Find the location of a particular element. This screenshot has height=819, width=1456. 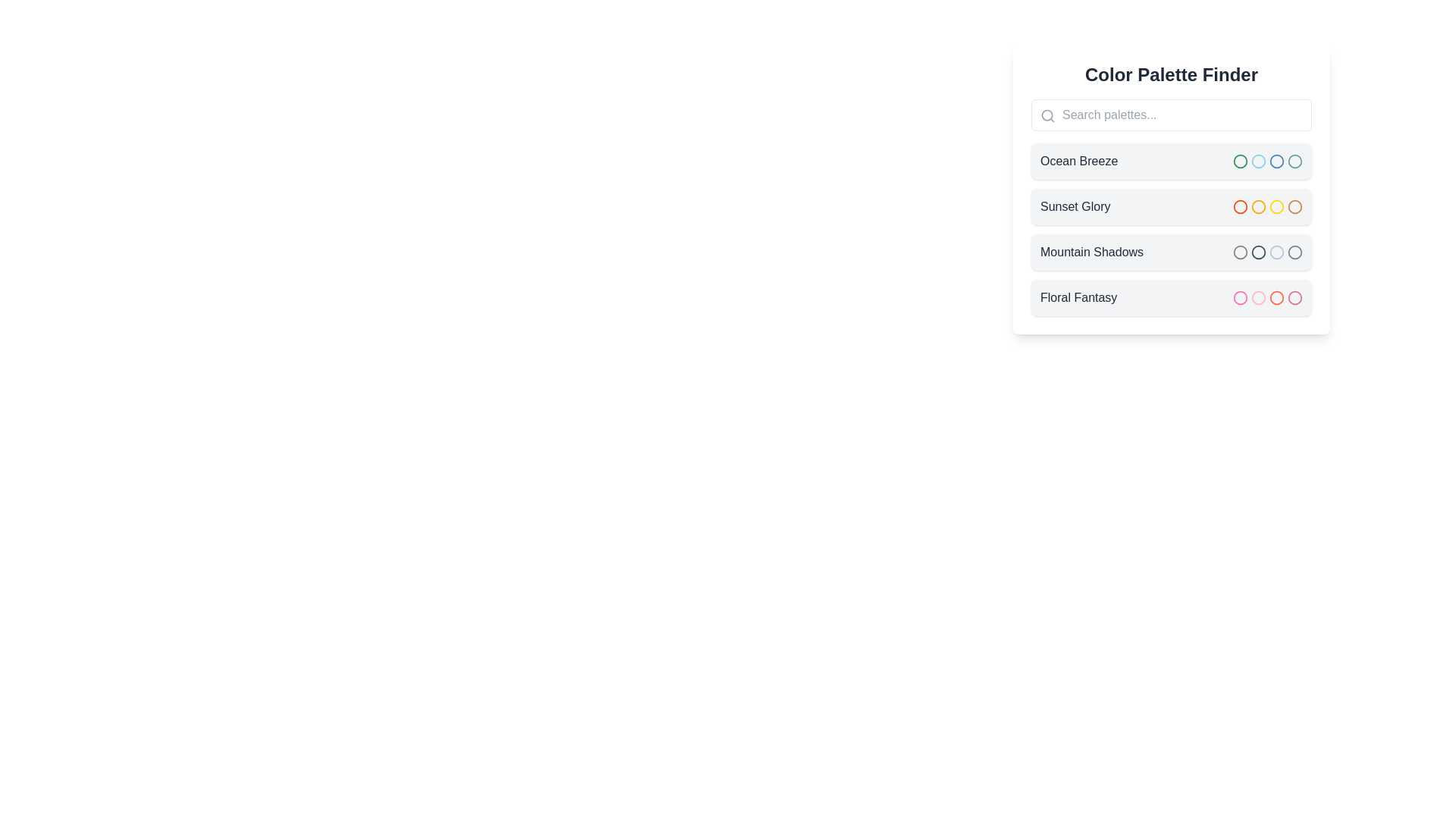

the second circular icon representing the 'Ocean Breeze' palette, located between the green and dark blue circles is located at coordinates (1259, 161).